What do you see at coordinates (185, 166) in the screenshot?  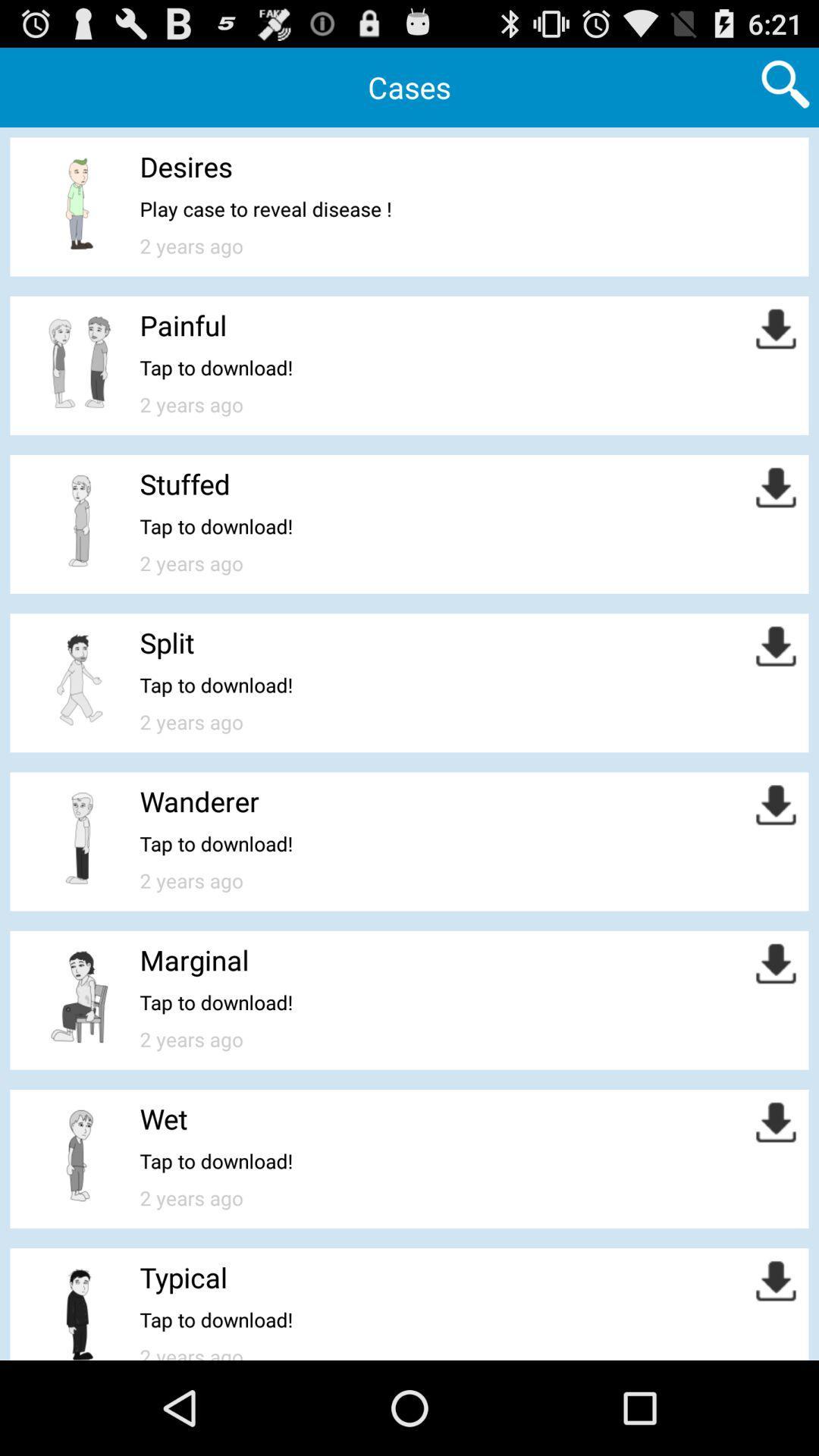 I see `desires icon` at bounding box center [185, 166].